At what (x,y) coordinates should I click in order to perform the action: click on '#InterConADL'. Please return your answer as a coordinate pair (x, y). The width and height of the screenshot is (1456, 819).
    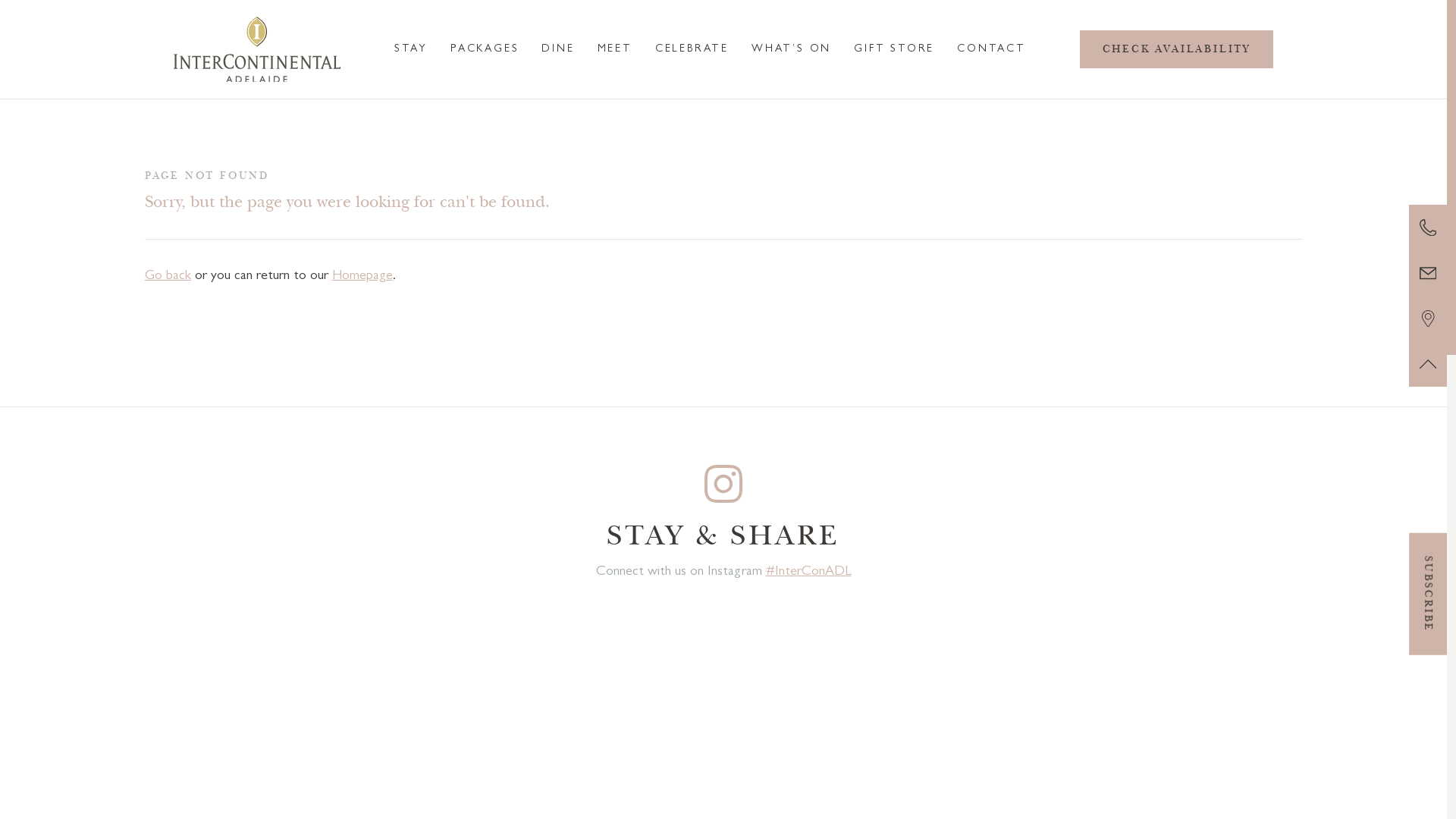
    Looking at the image, I should click on (765, 573).